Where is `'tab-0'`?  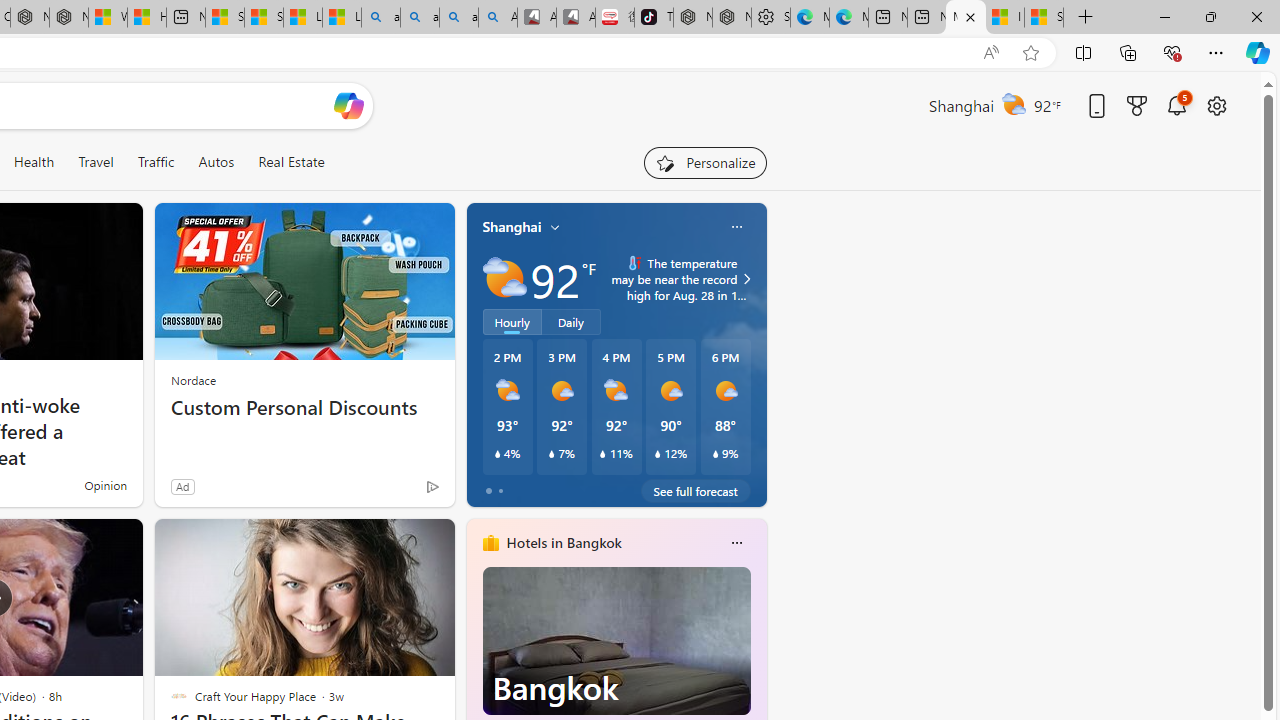 'tab-0' is located at coordinates (488, 491).